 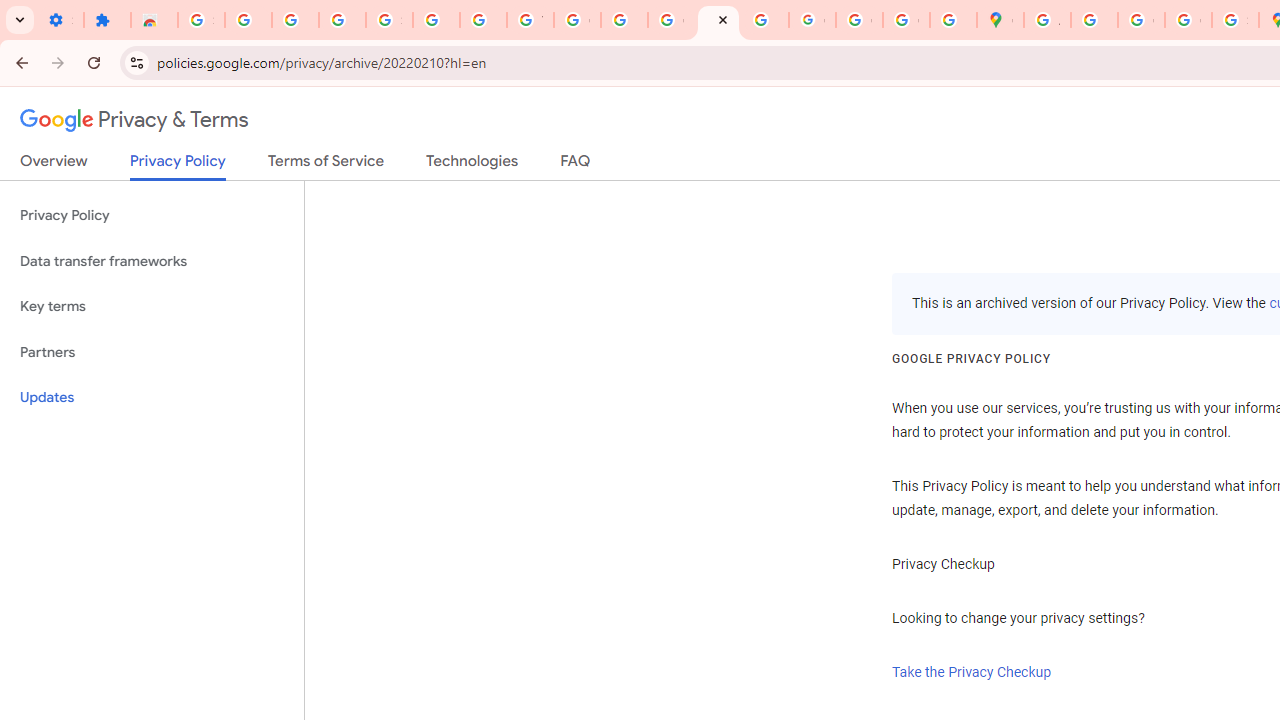 I want to click on 'Technologies', so click(x=471, y=164).